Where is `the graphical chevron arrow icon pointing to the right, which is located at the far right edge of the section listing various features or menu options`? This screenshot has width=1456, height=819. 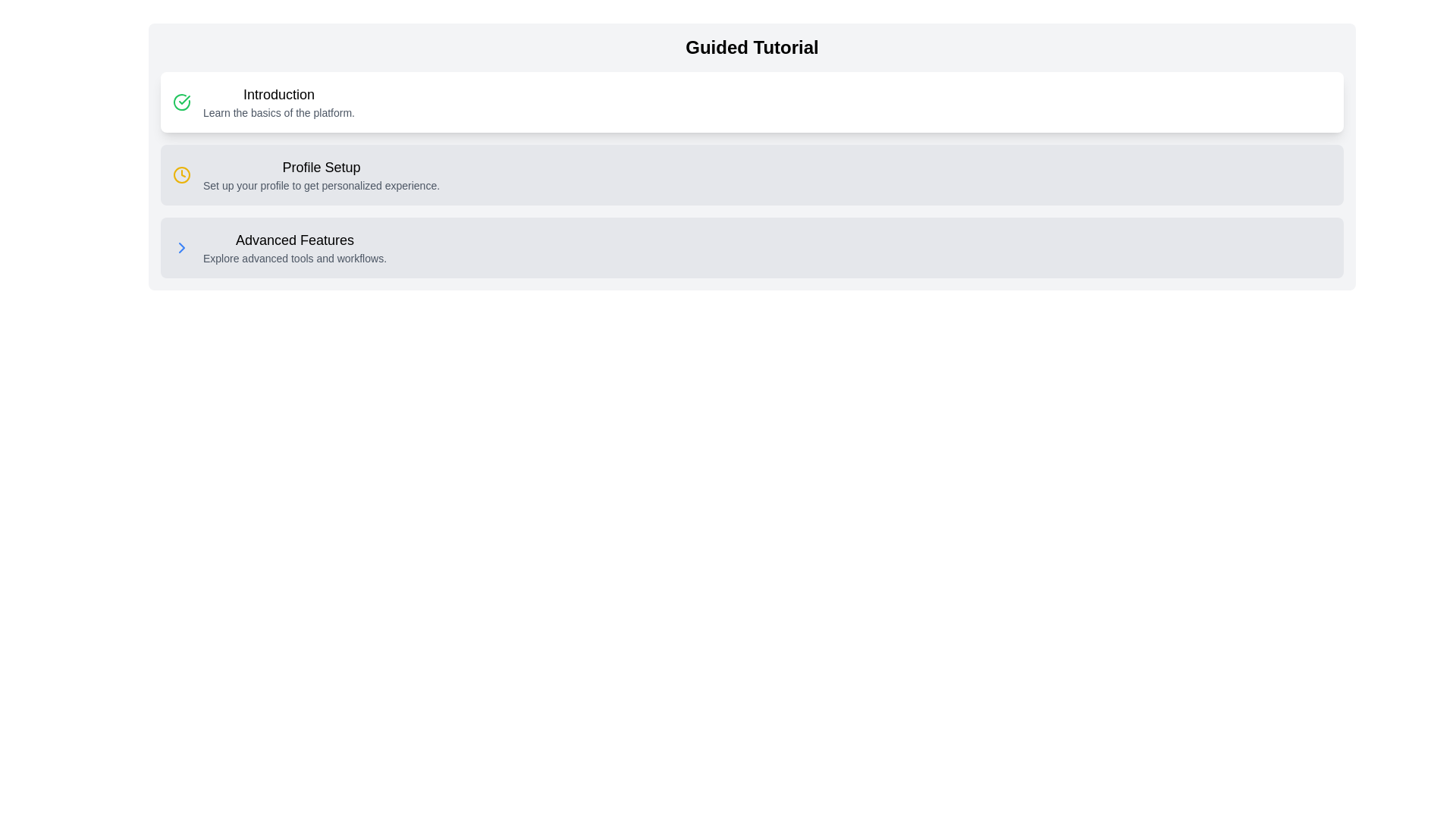 the graphical chevron arrow icon pointing to the right, which is located at the far right edge of the section listing various features or menu options is located at coordinates (182, 247).